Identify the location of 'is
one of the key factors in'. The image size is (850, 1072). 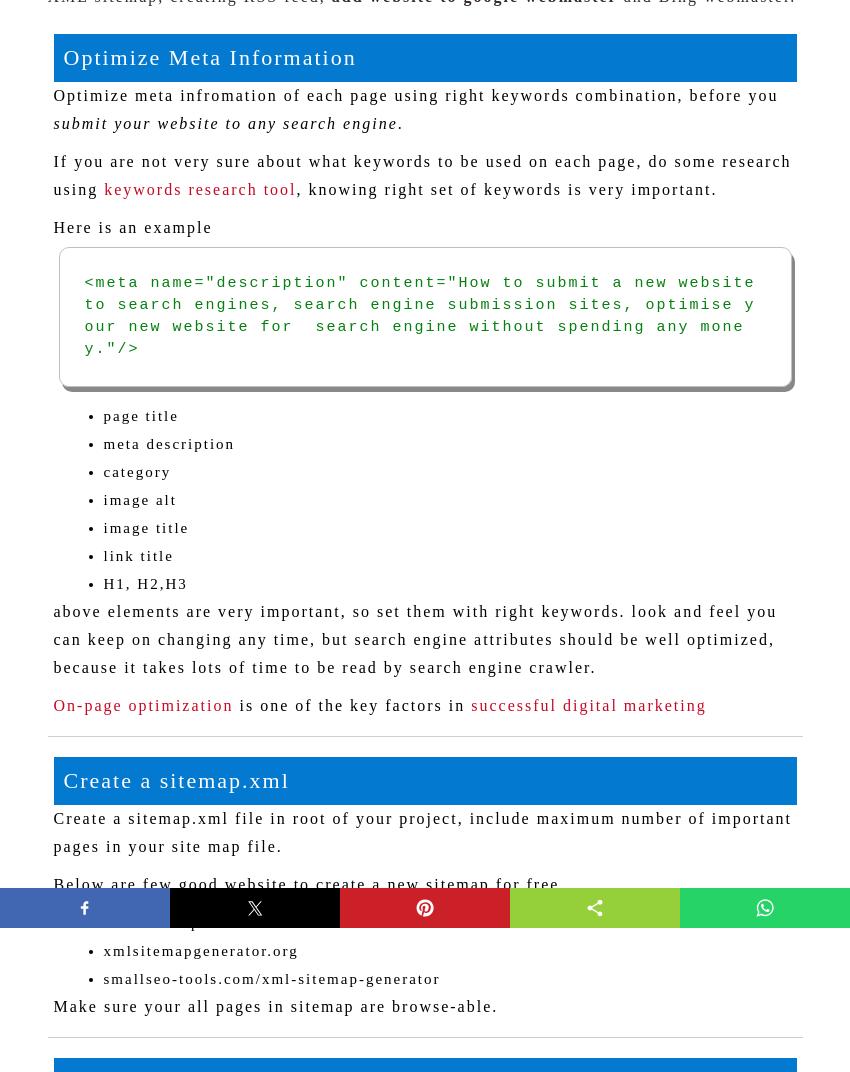
(350, 703).